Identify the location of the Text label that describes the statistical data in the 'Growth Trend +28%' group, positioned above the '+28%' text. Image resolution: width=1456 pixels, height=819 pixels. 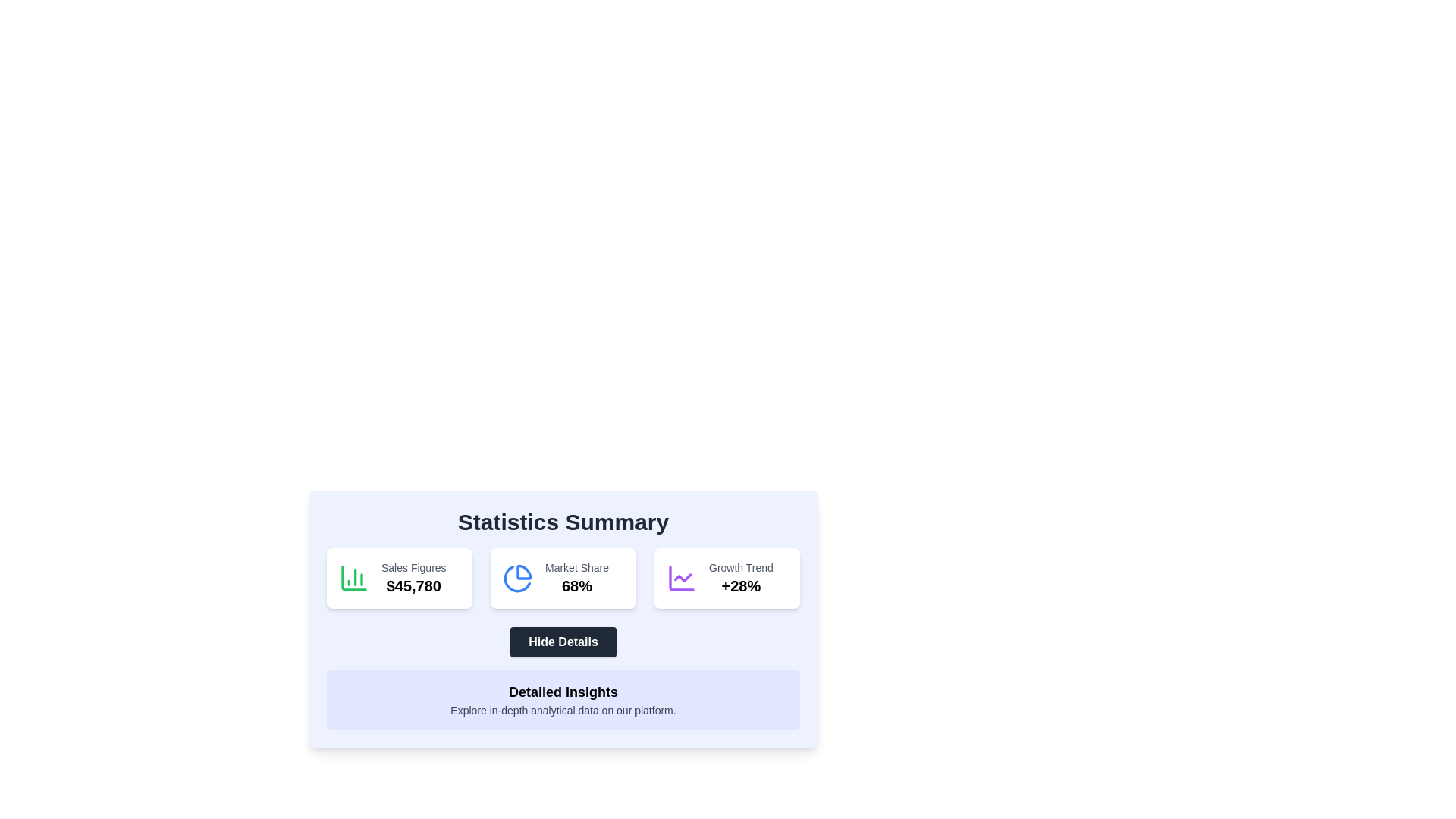
(741, 567).